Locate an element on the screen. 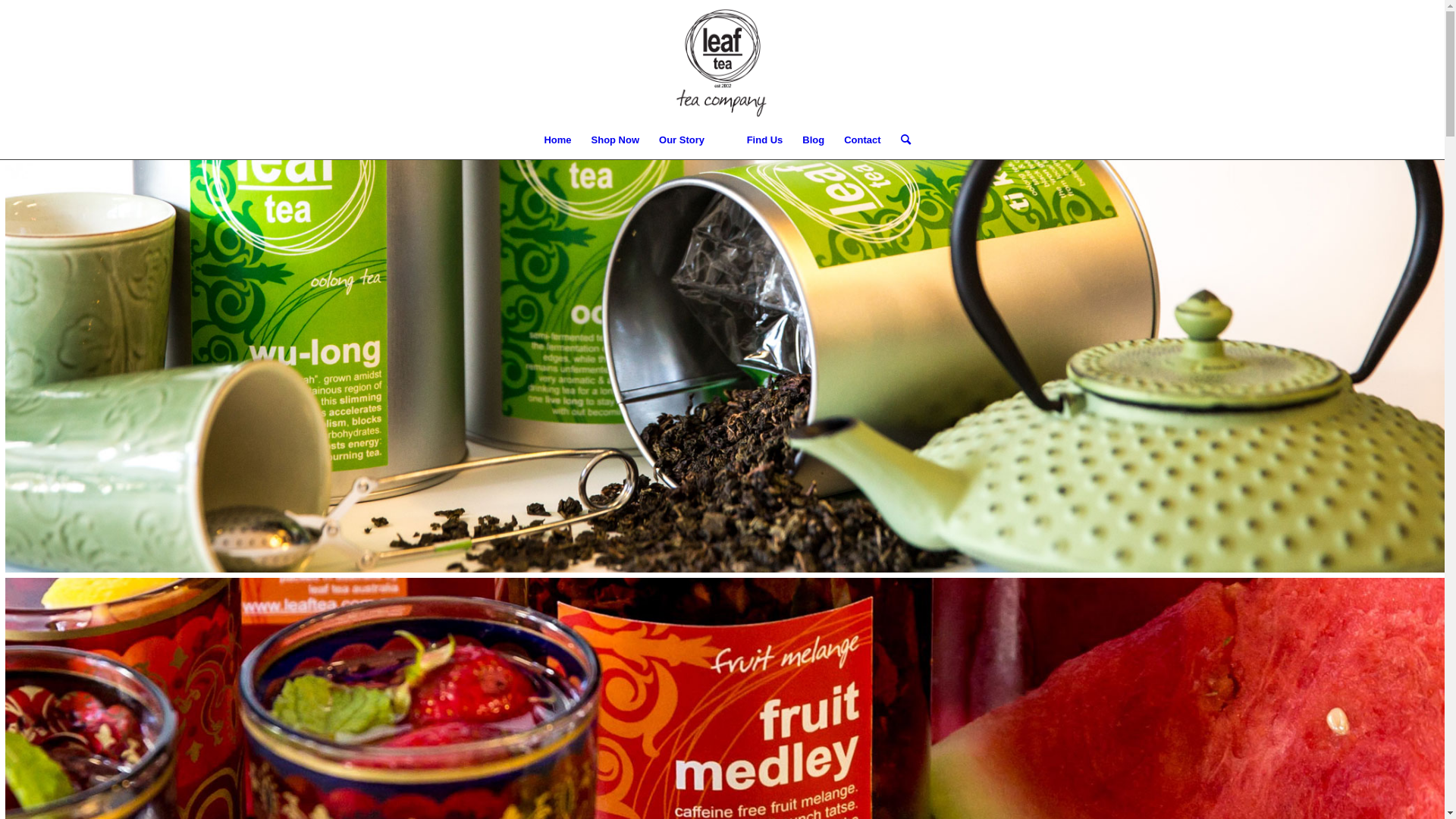 The width and height of the screenshot is (1456, 819). 'Find Us' is located at coordinates (764, 140).